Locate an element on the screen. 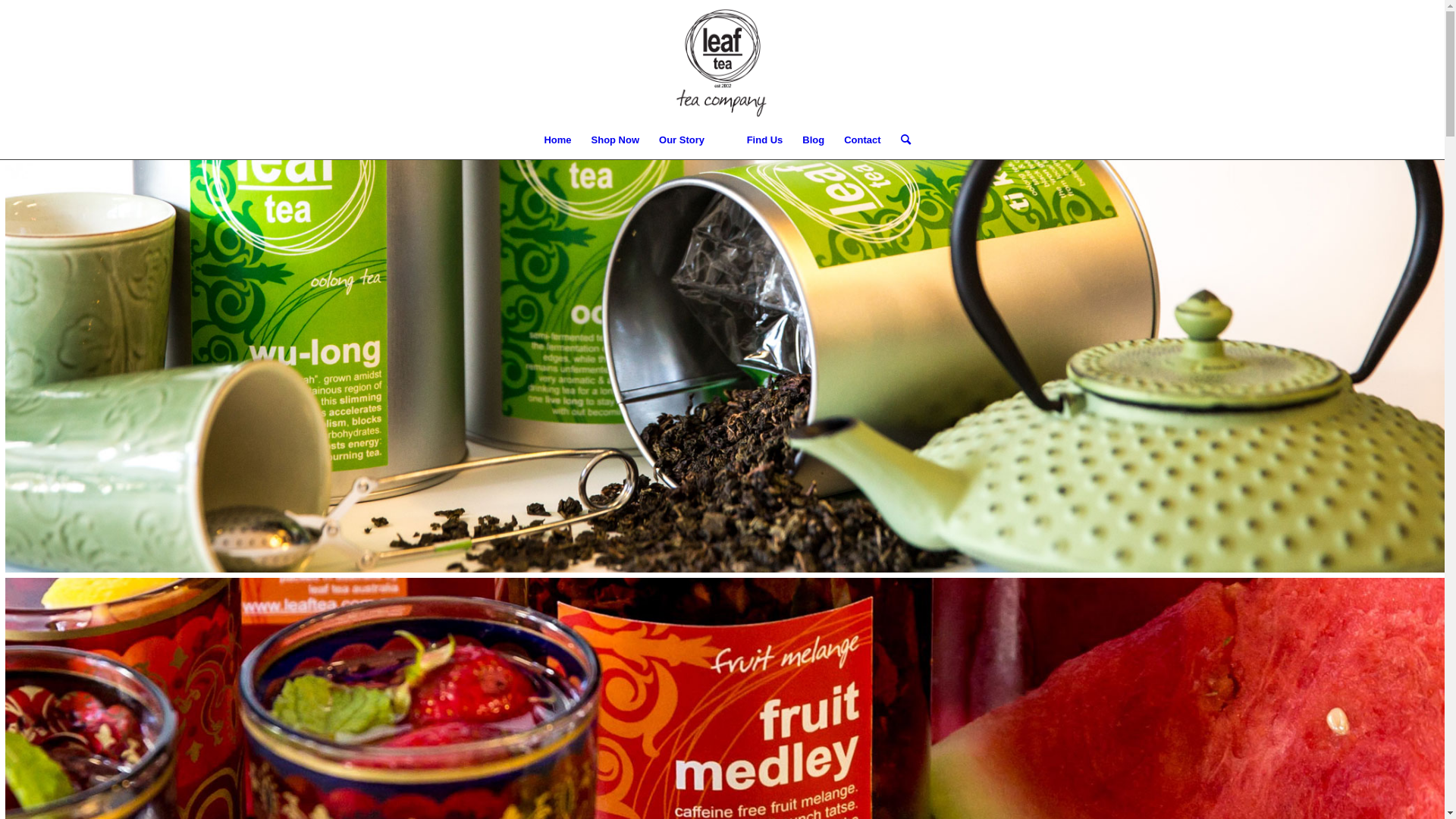 The width and height of the screenshot is (1456, 819). 'Find Us' is located at coordinates (764, 140).